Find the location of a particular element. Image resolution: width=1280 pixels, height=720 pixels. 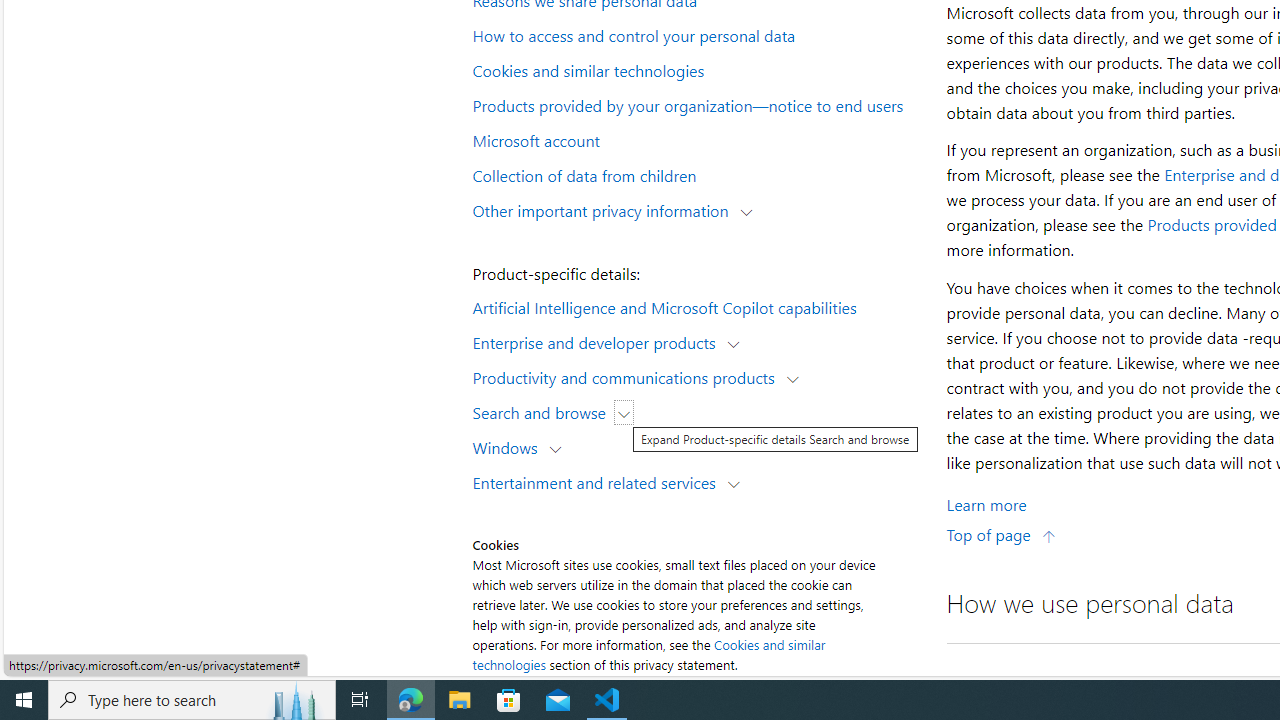

'Search and browse' is located at coordinates (544, 411).